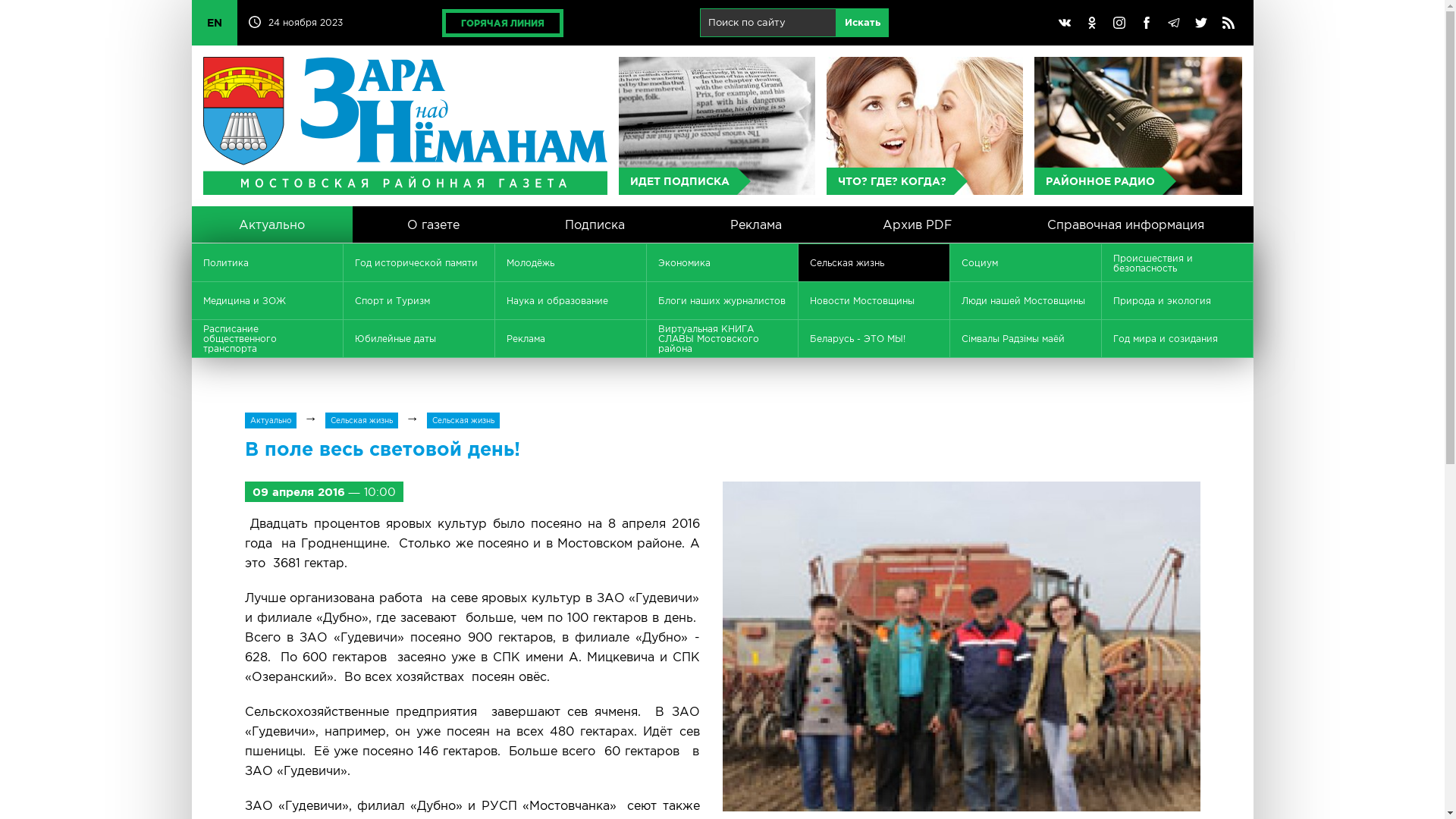 The image size is (1456, 819). I want to click on 'EN', so click(213, 23).